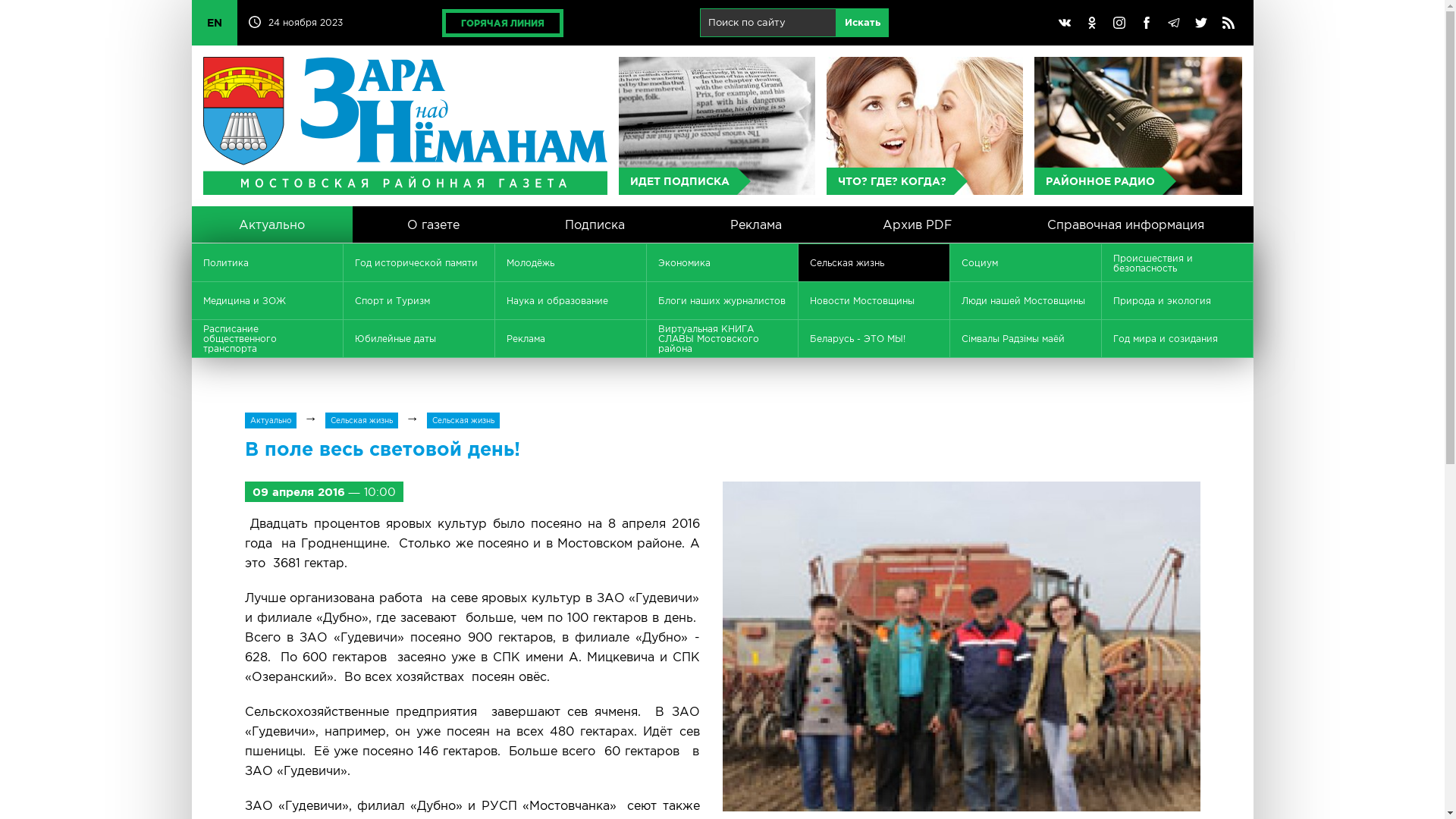 The image size is (1456, 819). I want to click on 'EN', so click(213, 23).